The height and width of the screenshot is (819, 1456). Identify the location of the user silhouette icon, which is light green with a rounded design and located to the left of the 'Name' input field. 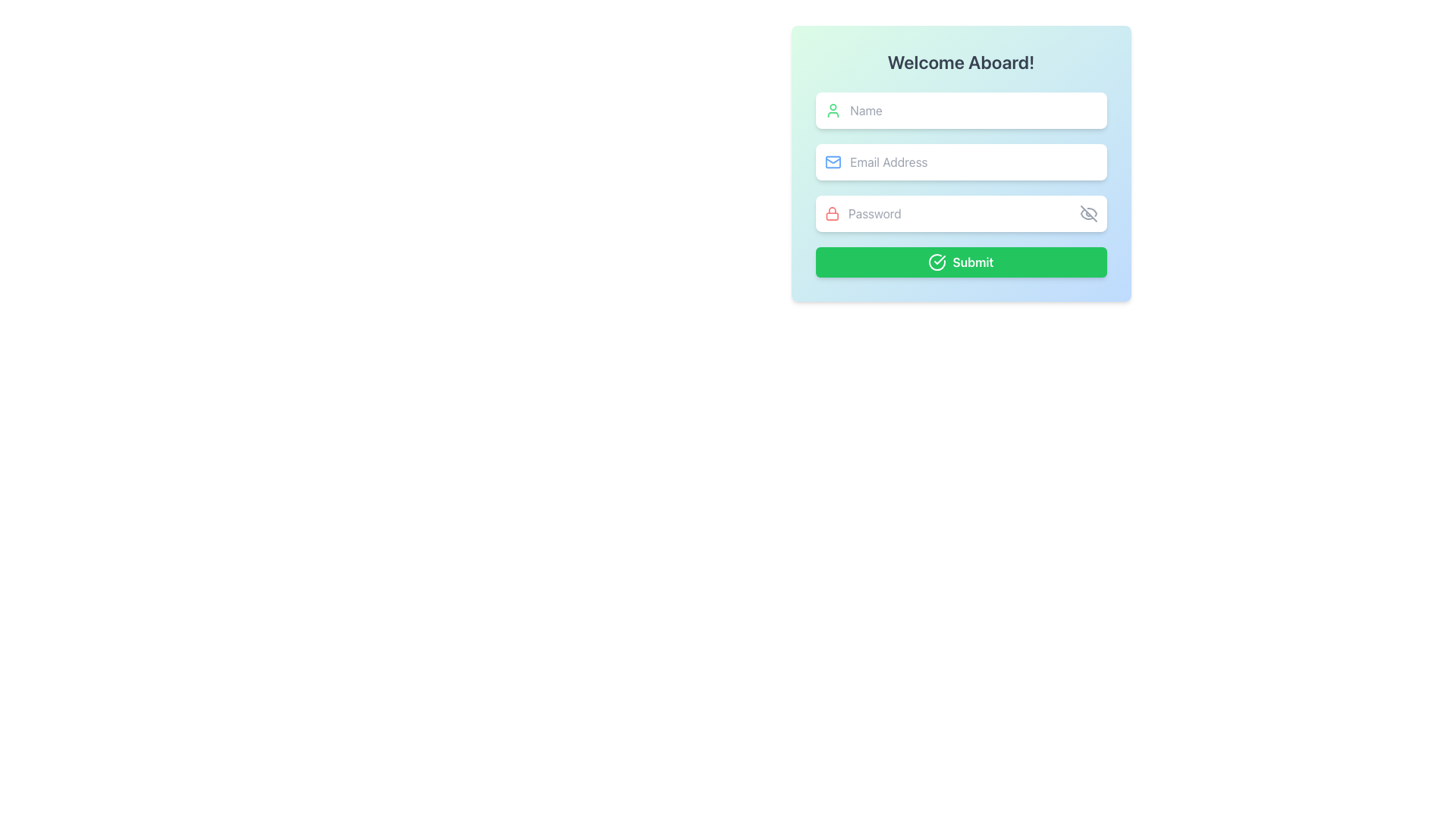
(832, 110).